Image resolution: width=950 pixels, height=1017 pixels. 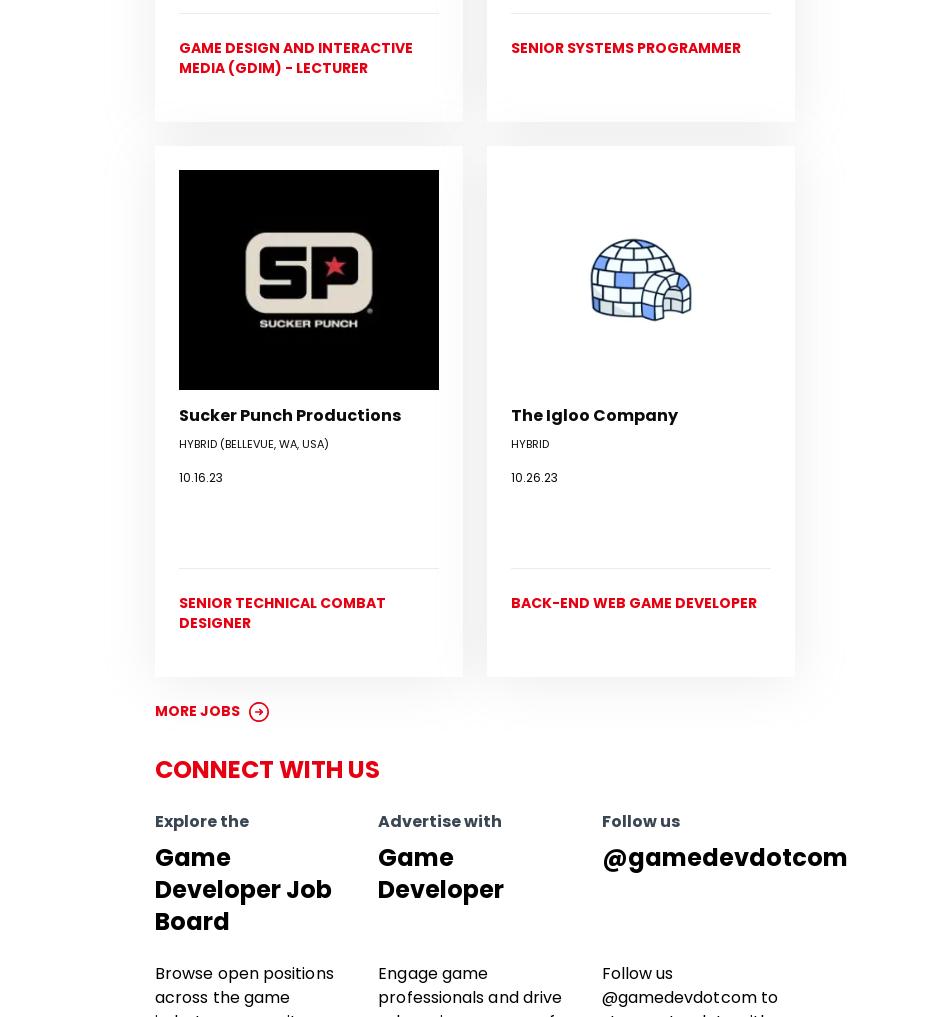 I want to click on 'Explore the', so click(x=201, y=819).